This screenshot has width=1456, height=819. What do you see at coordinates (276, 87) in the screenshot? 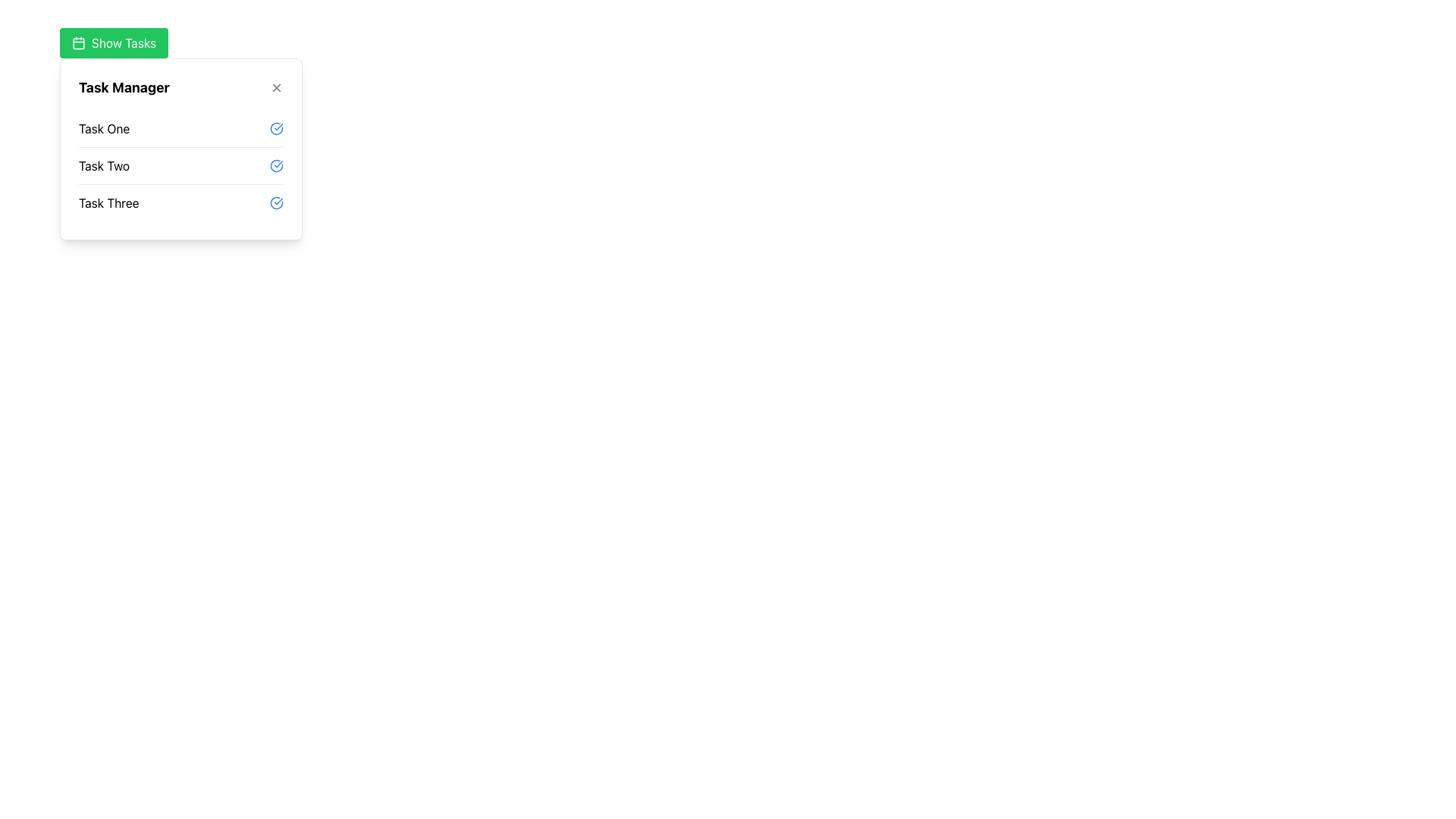
I see `the close button located in the header section of the 'Task Manager' UI component to change its color` at bounding box center [276, 87].